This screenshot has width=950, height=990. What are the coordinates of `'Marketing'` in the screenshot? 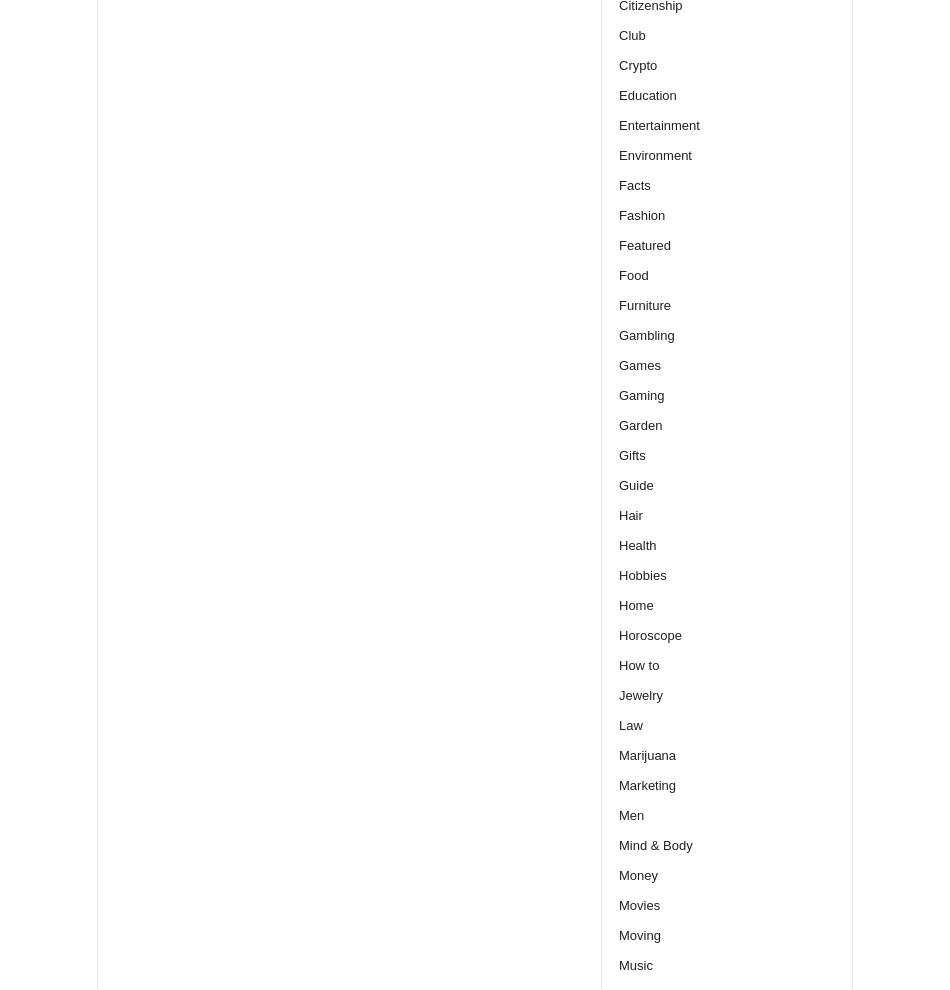 It's located at (647, 784).